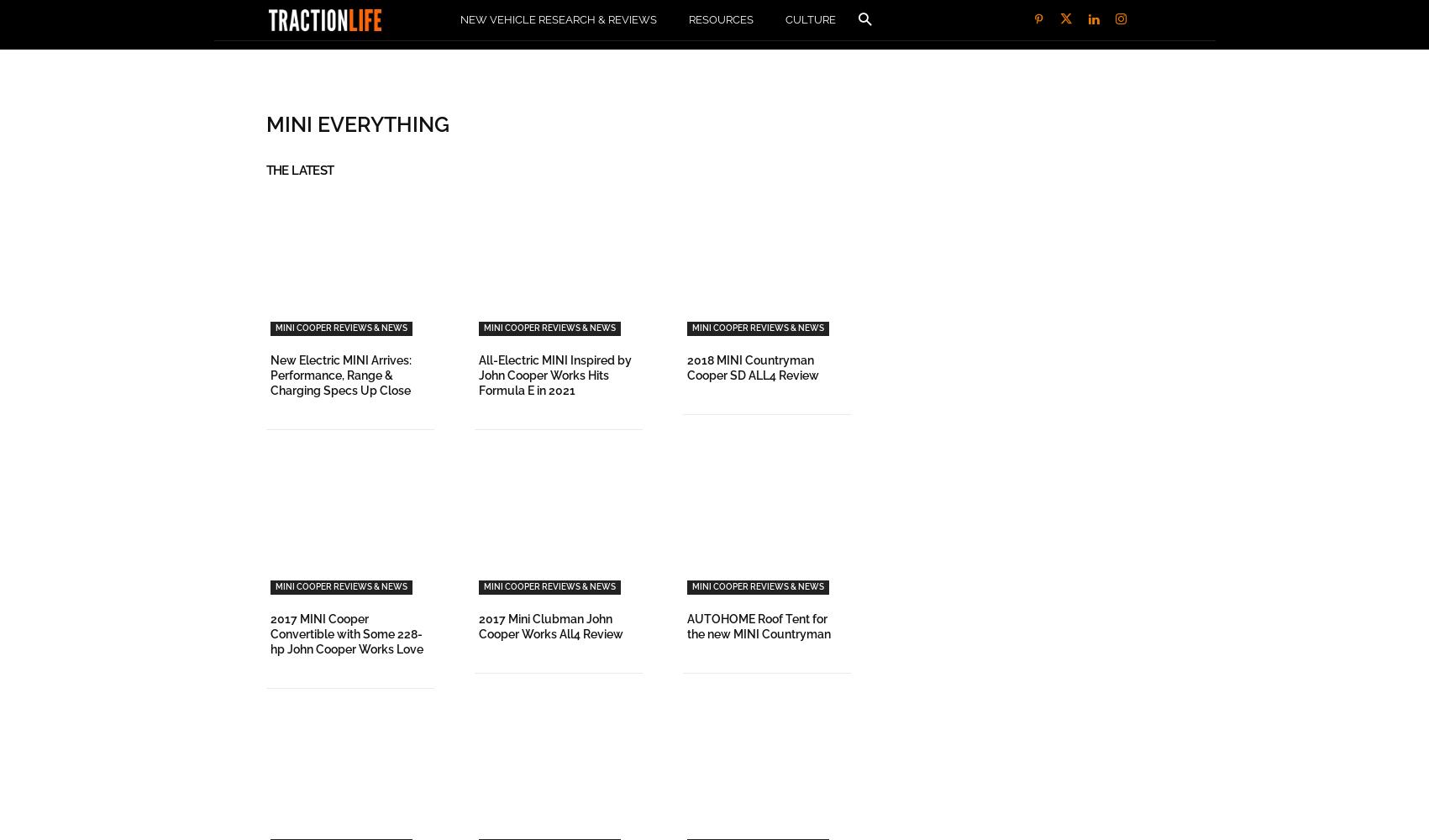  Describe the element at coordinates (356, 124) in the screenshot. I see `'MINI Everything'` at that location.